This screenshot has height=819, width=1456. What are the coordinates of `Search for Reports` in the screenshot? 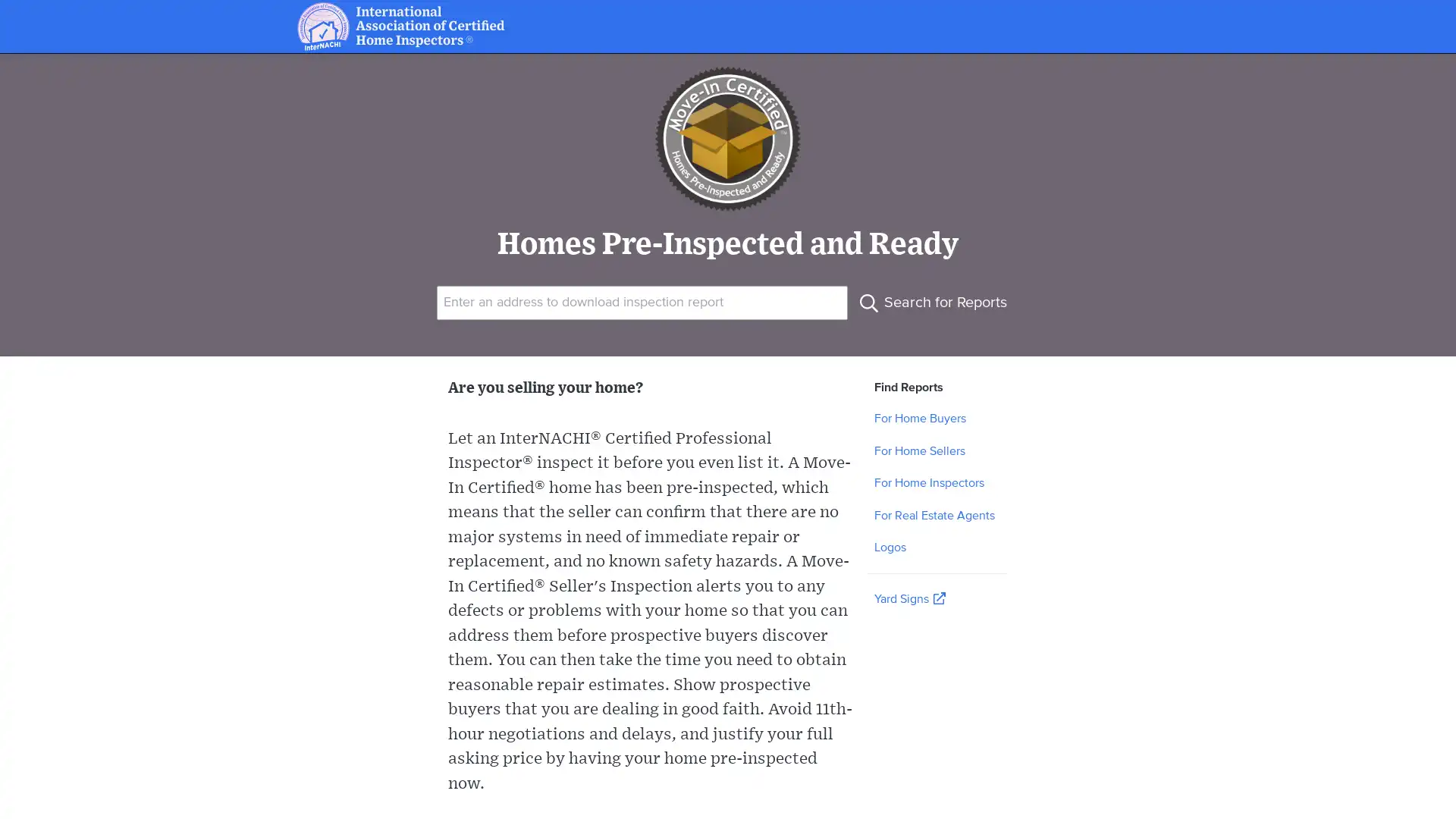 It's located at (932, 303).